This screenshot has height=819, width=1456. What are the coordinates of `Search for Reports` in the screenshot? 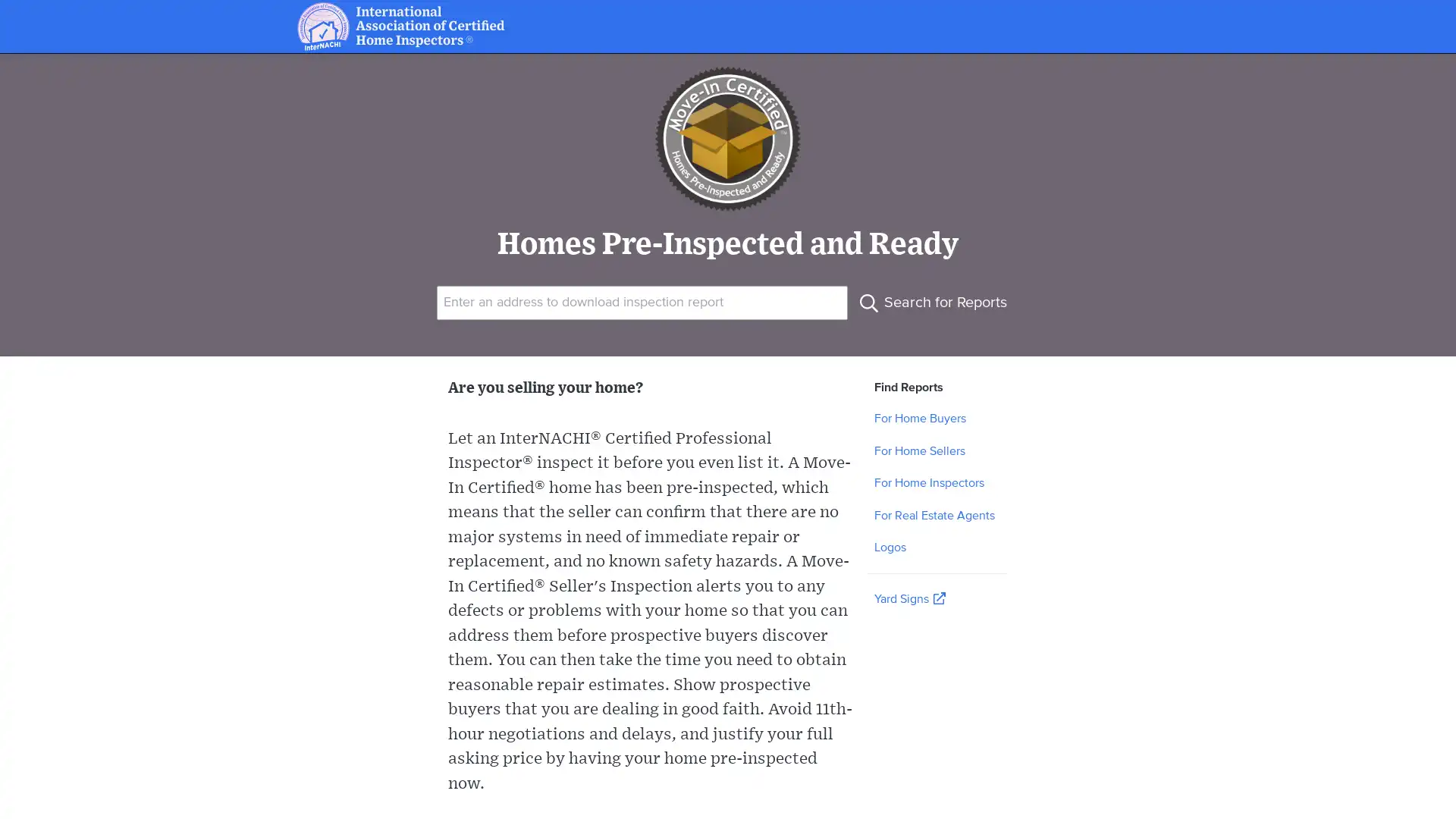 It's located at (932, 303).